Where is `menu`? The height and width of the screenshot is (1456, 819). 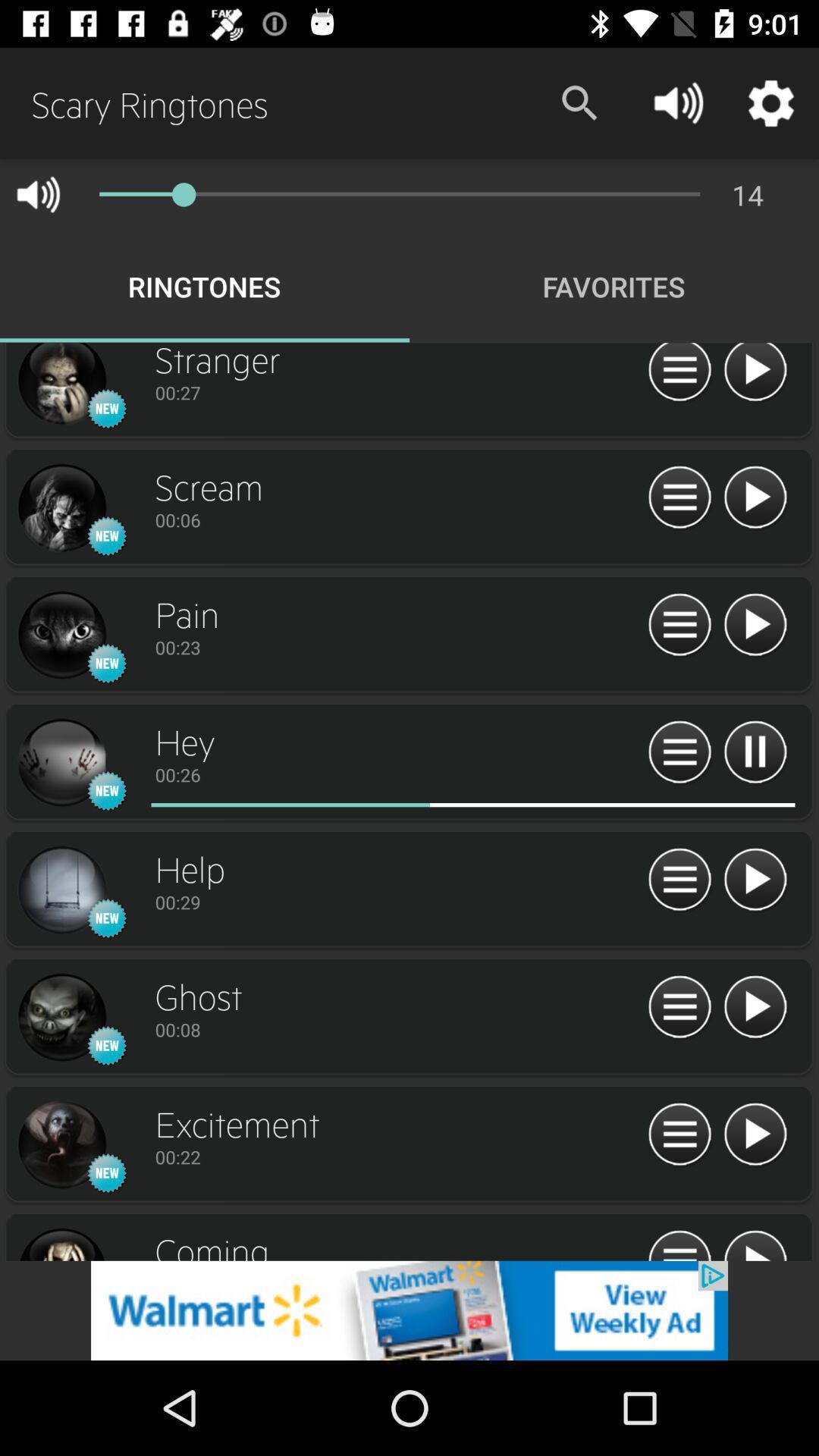 menu is located at coordinates (679, 498).